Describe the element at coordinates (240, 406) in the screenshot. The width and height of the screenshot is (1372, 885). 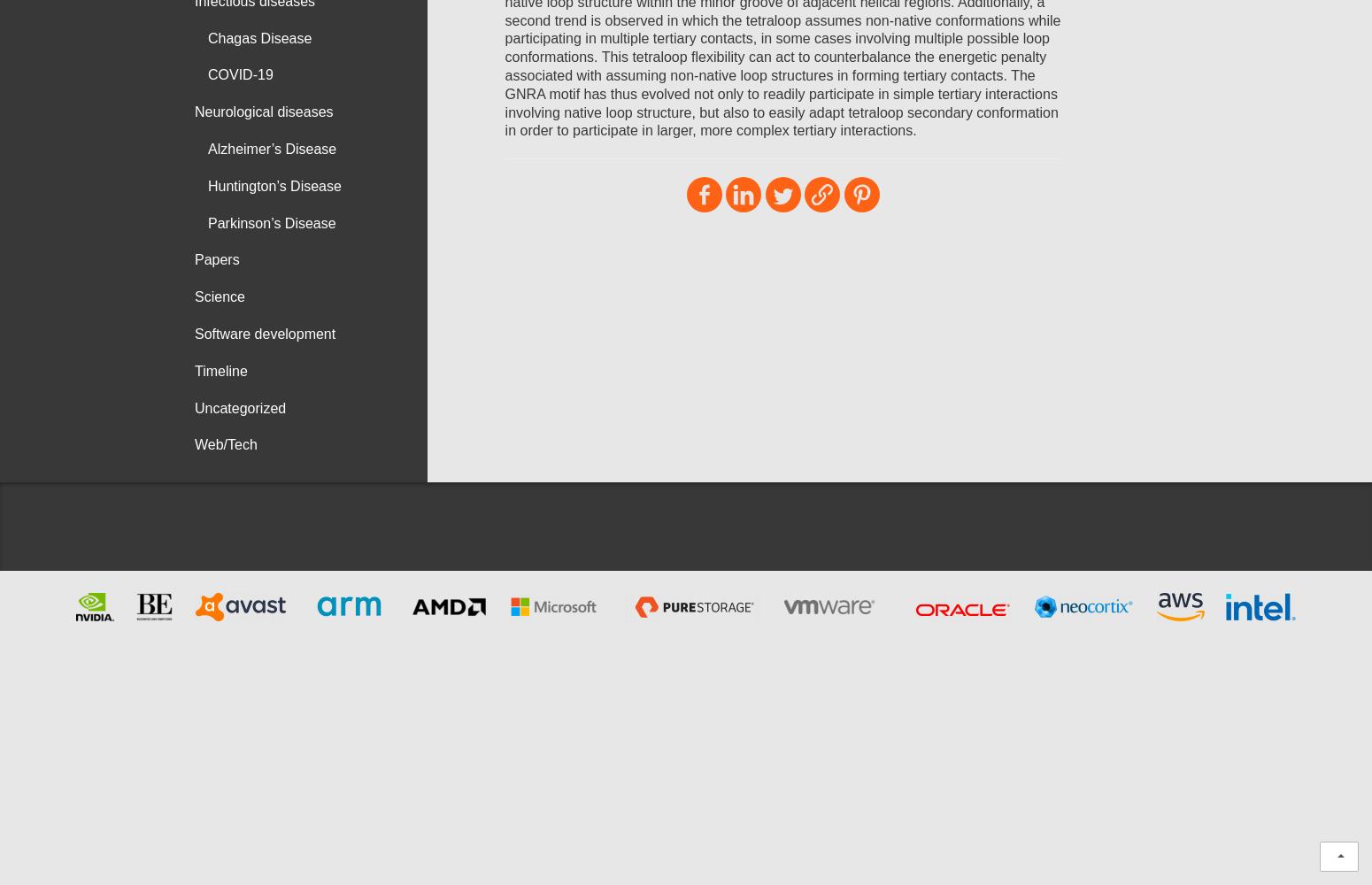
I see `'Uncategorized'` at that location.